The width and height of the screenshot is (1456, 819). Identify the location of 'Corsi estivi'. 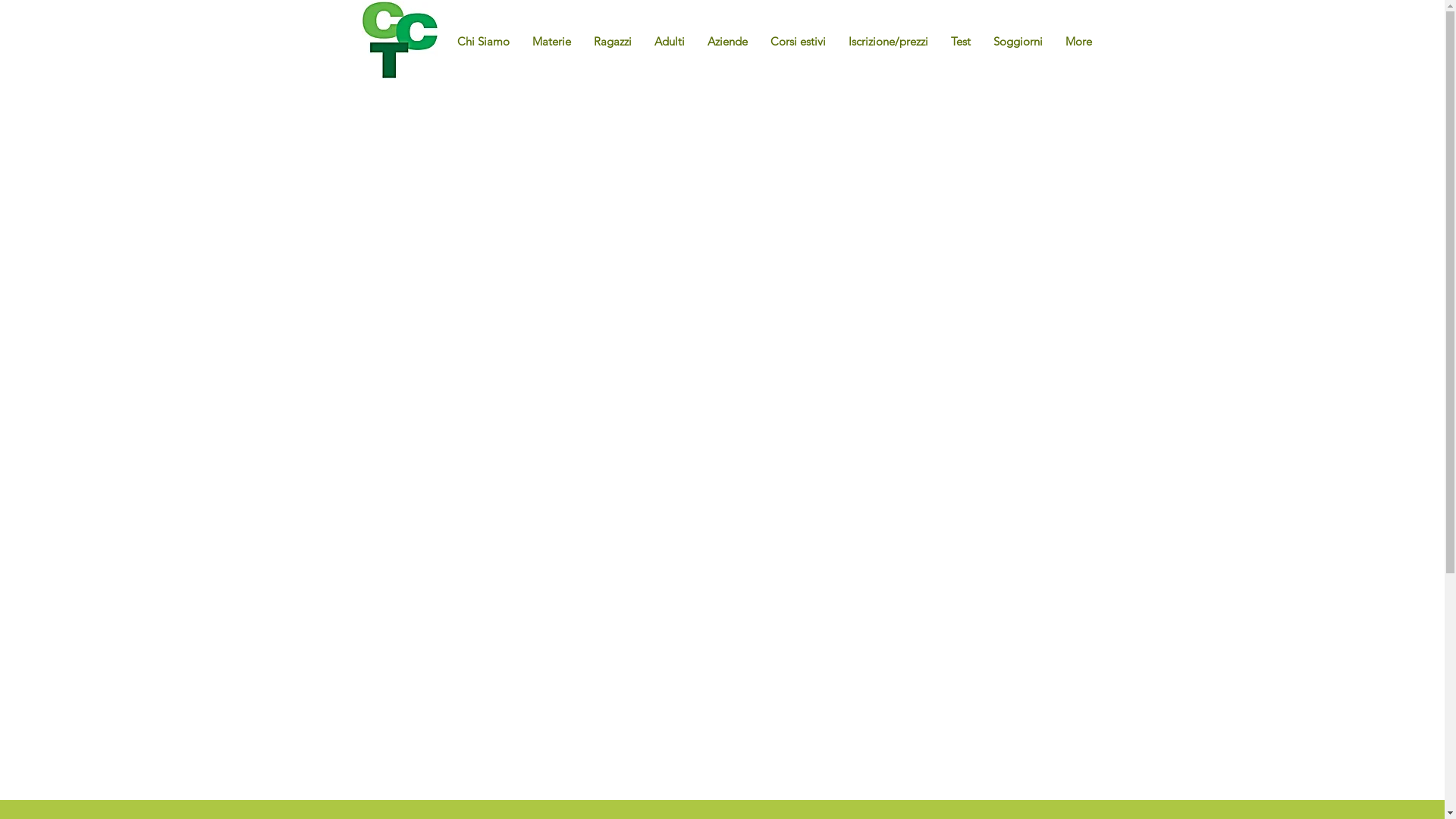
(796, 40).